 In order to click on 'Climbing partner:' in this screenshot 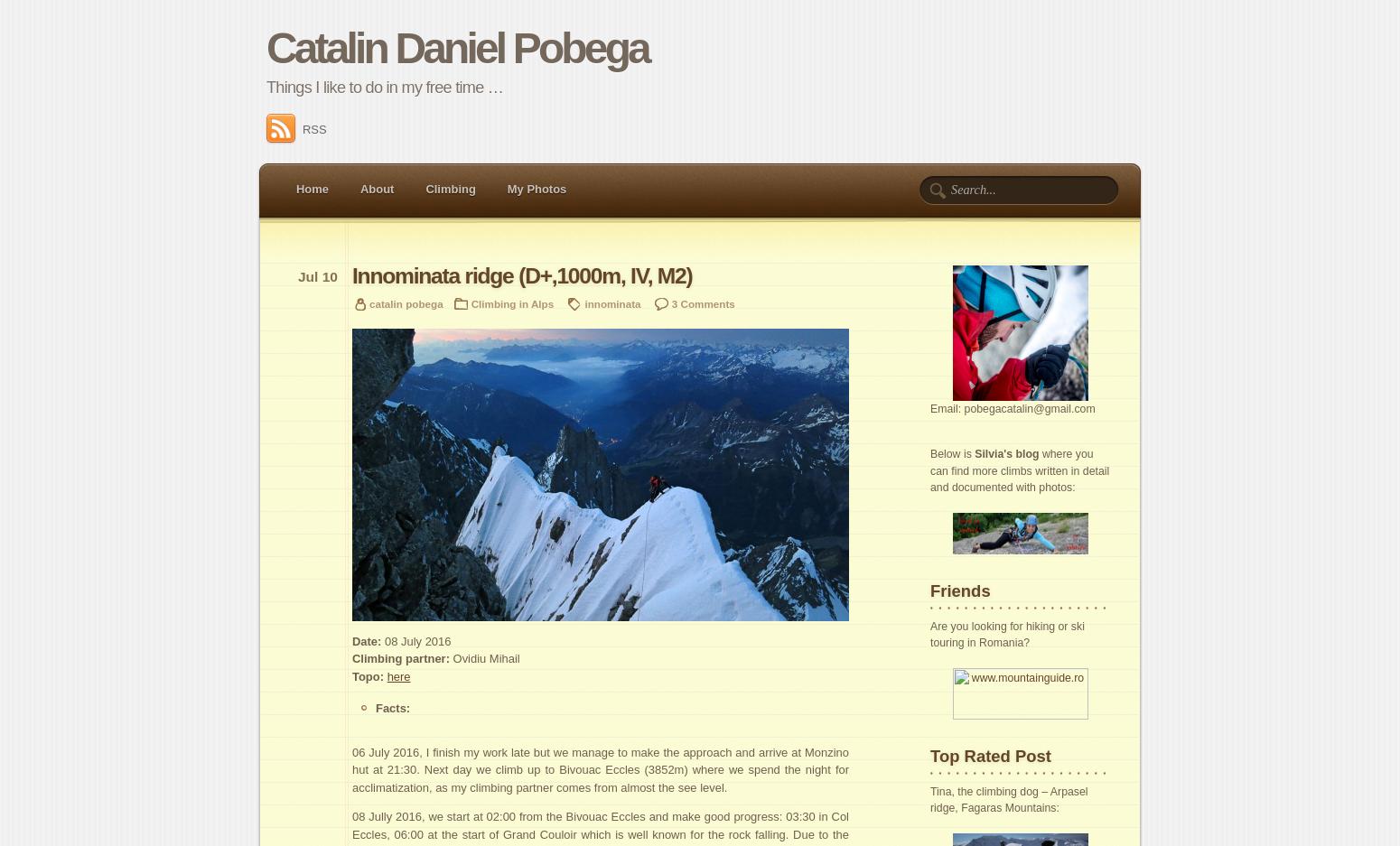, I will do `click(351, 657)`.